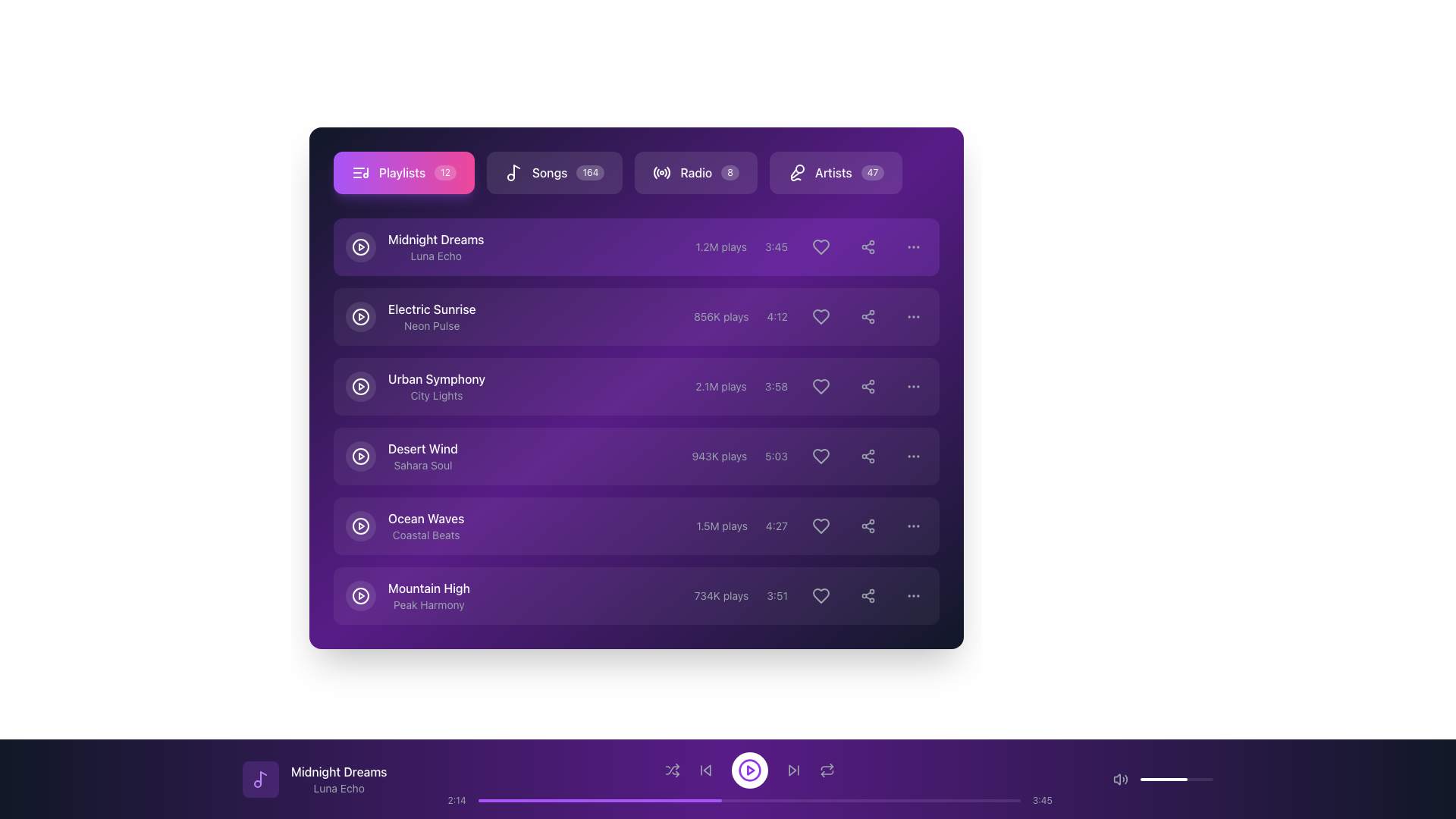 This screenshot has height=819, width=1456. Describe the element at coordinates (261, 780) in the screenshot. I see `the Icon Button` at that location.